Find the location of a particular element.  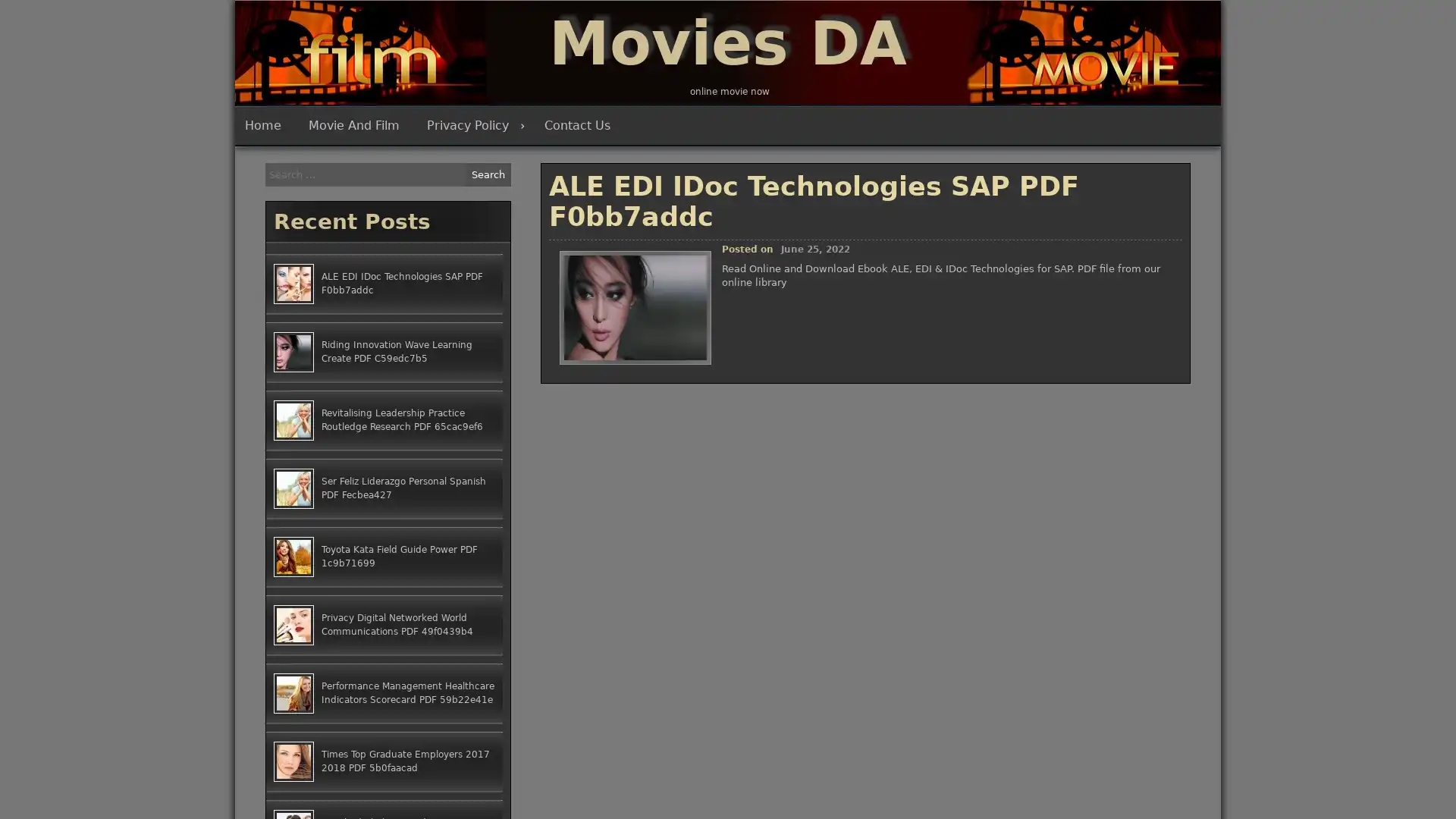

Search is located at coordinates (488, 174).